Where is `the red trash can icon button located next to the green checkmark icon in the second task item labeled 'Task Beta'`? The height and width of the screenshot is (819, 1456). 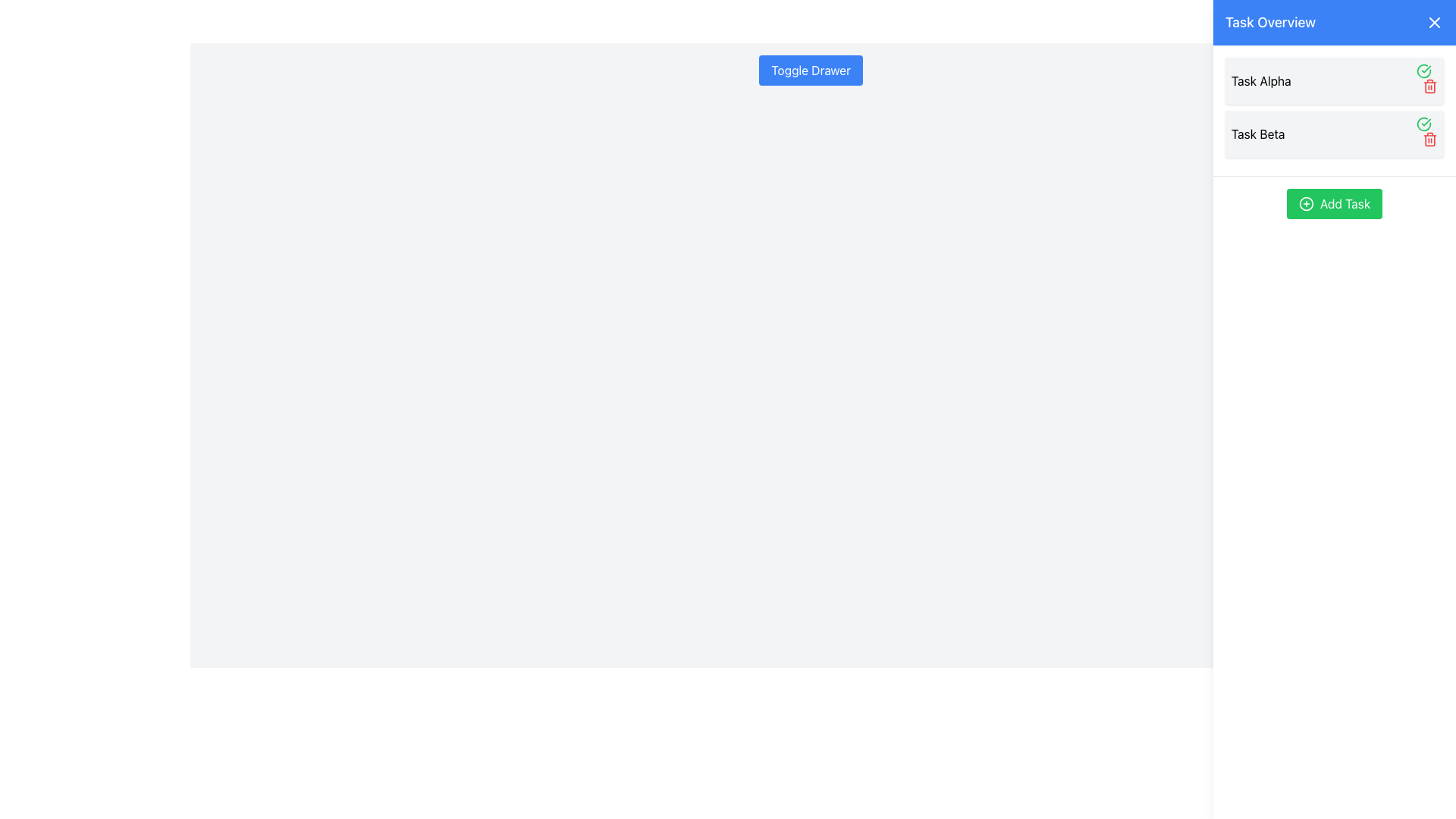
the red trash can icon button located next to the green checkmark icon in the second task item labeled 'Task Beta' is located at coordinates (1429, 140).